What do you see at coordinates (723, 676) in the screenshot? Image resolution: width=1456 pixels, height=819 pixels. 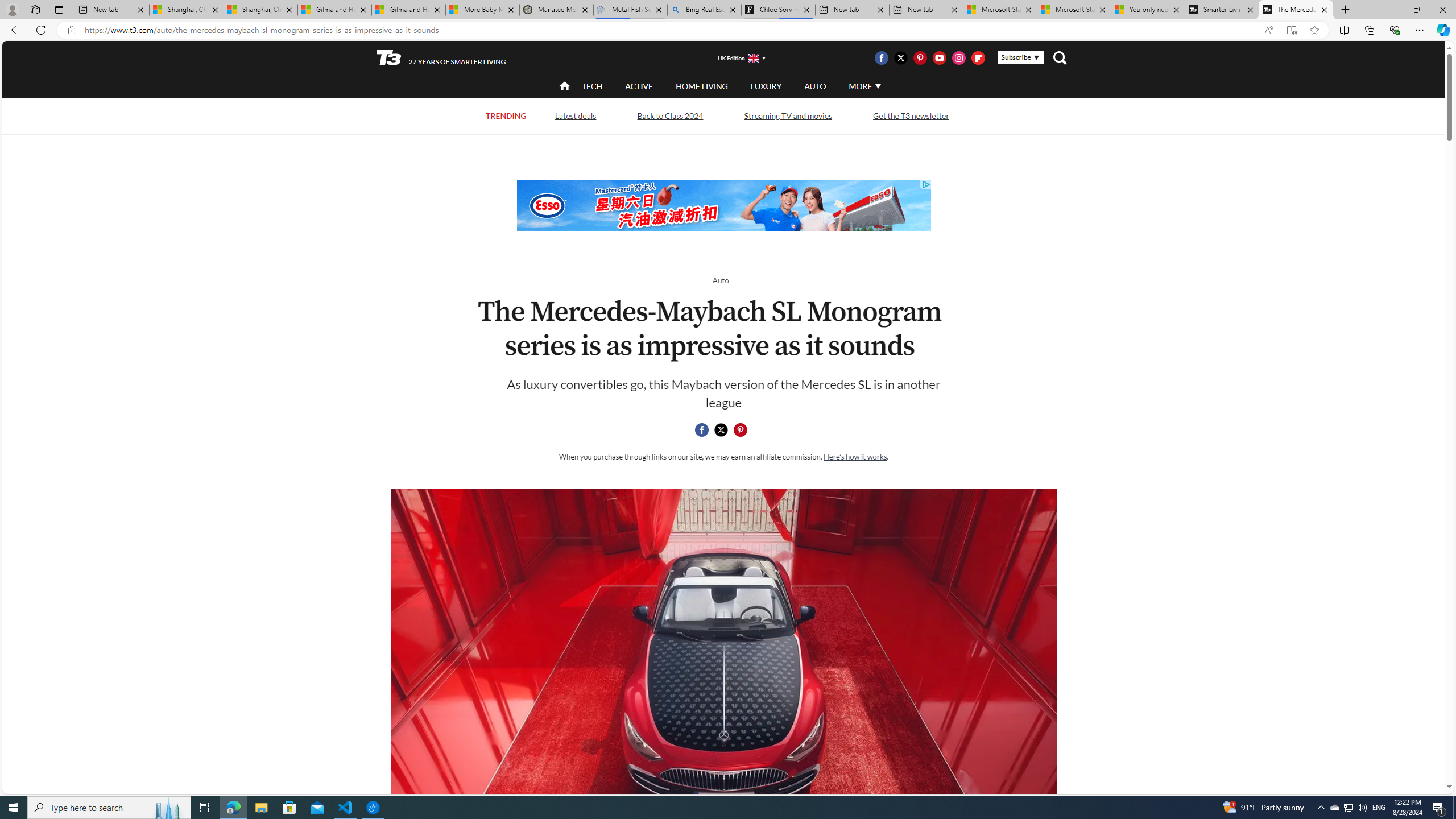 I see `'Mercedes-Maybach SL Monogram Series'` at bounding box center [723, 676].